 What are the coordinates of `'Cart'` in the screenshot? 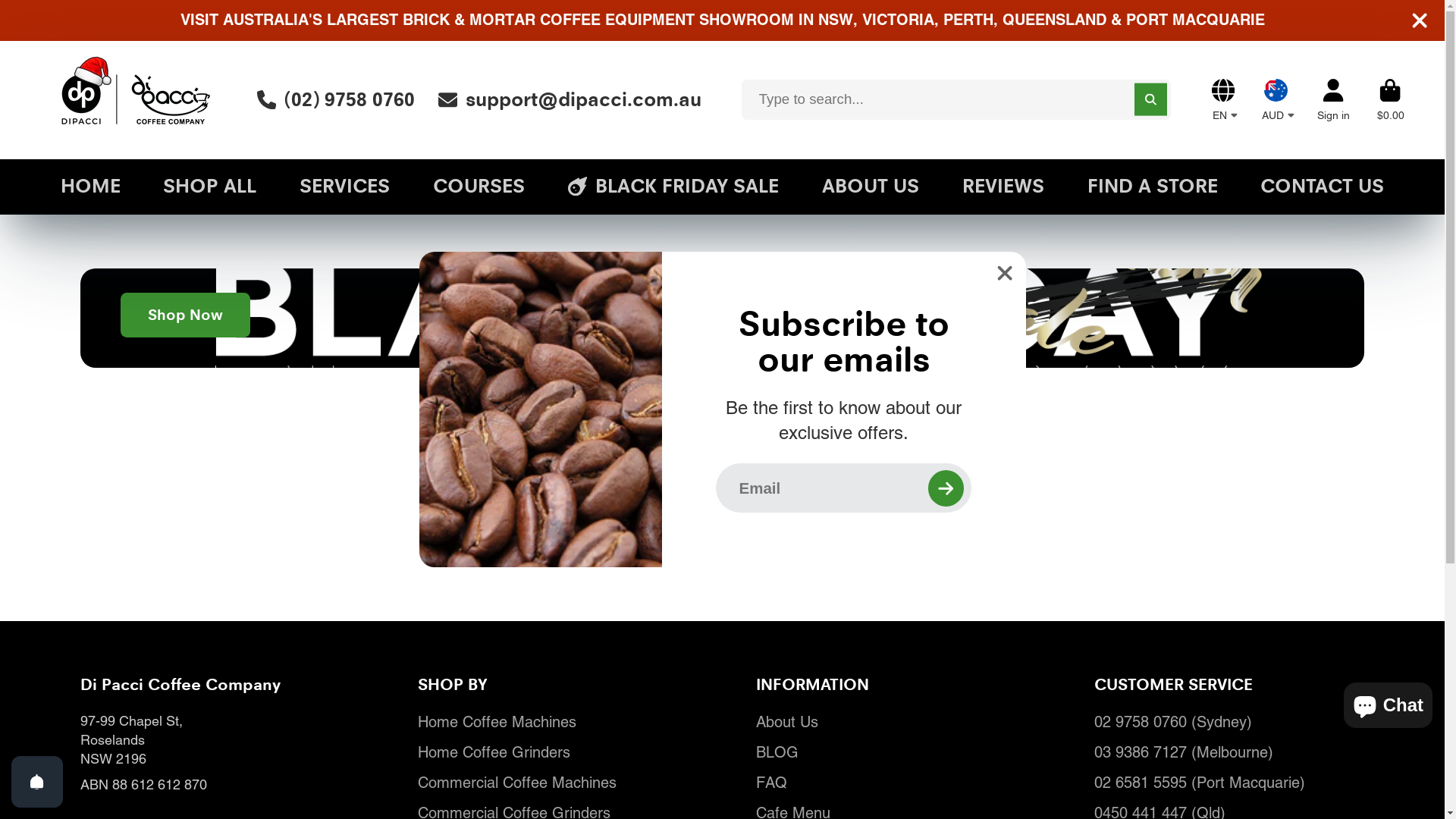 It's located at (1390, 99).